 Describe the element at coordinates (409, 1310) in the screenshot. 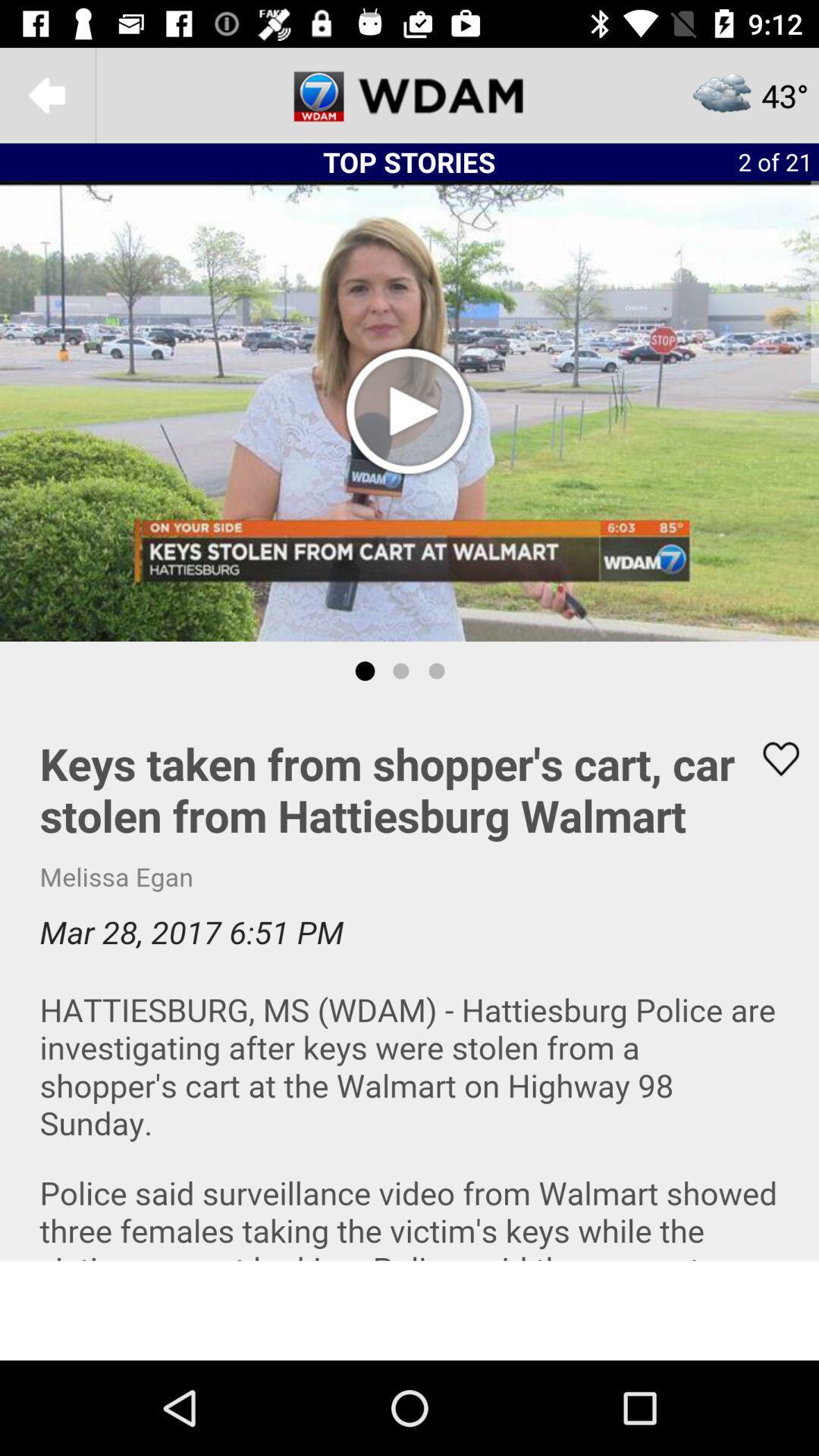

I see `click the bottom of the screen` at that location.